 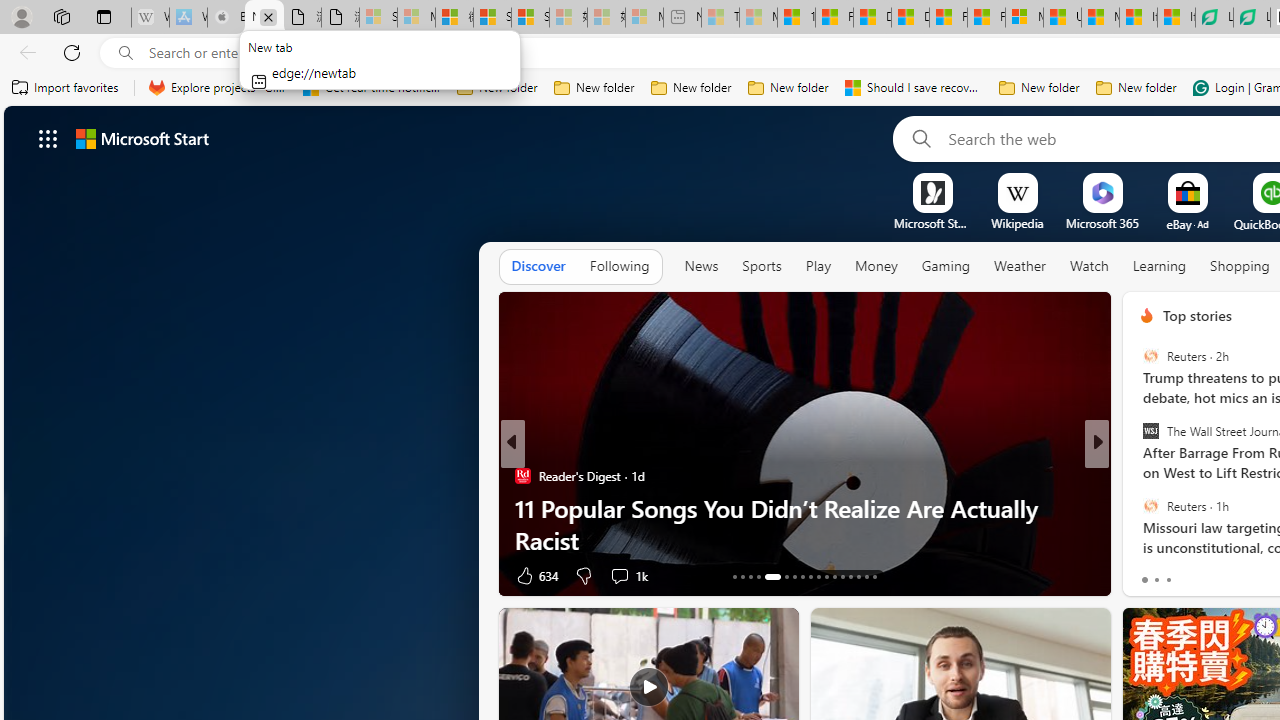 I want to click on 'LendingTree - Compare Lenders', so click(x=1250, y=17).